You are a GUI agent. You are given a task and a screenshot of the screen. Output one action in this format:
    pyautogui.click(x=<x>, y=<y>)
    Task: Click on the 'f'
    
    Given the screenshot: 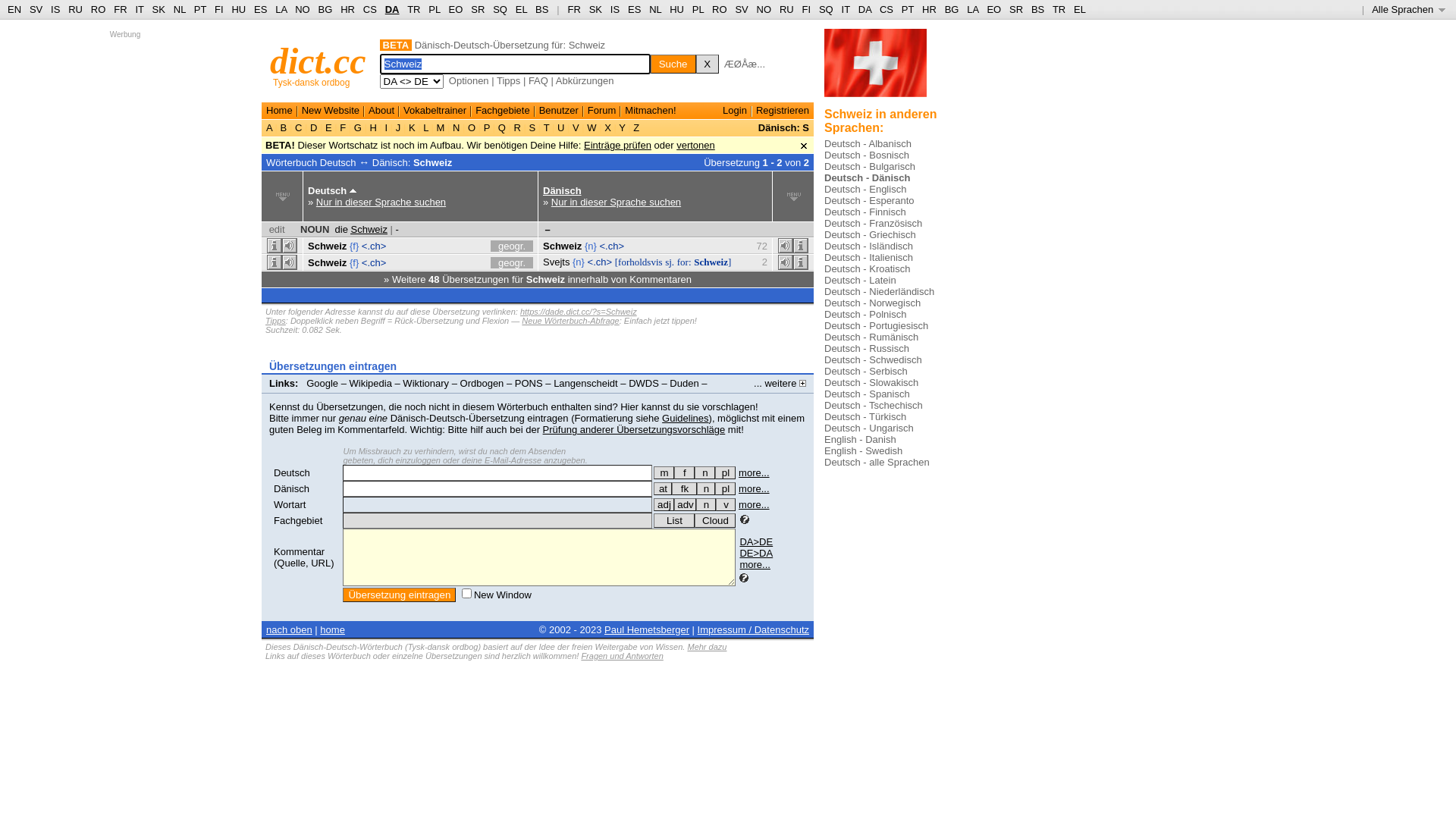 What is the action you would take?
    pyautogui.click(x=683, y=472)
    